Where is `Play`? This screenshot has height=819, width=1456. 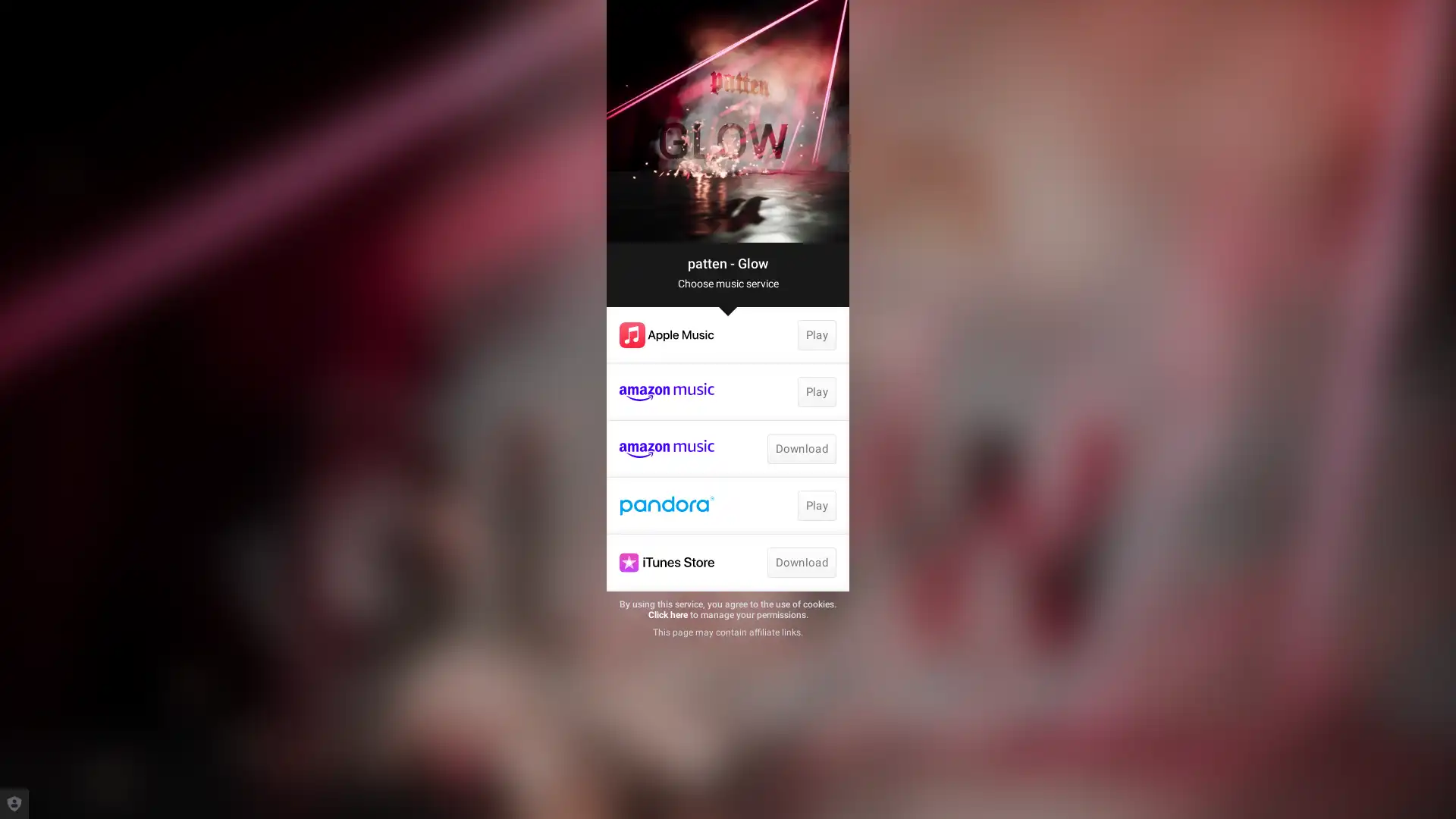 Play is located at coordinates (815, 391).